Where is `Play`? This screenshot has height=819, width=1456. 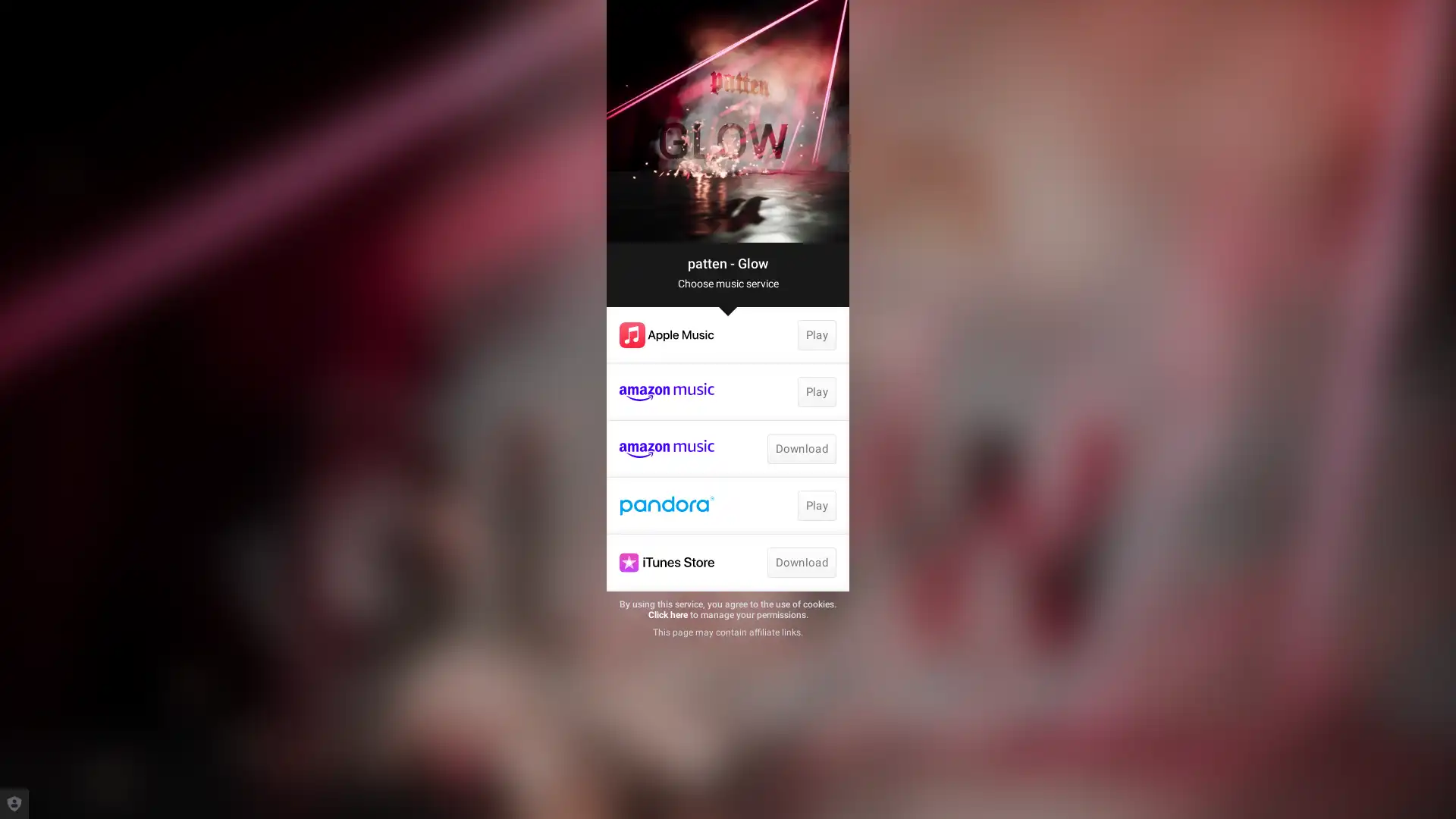 Play is located at coordinates (815, 391).